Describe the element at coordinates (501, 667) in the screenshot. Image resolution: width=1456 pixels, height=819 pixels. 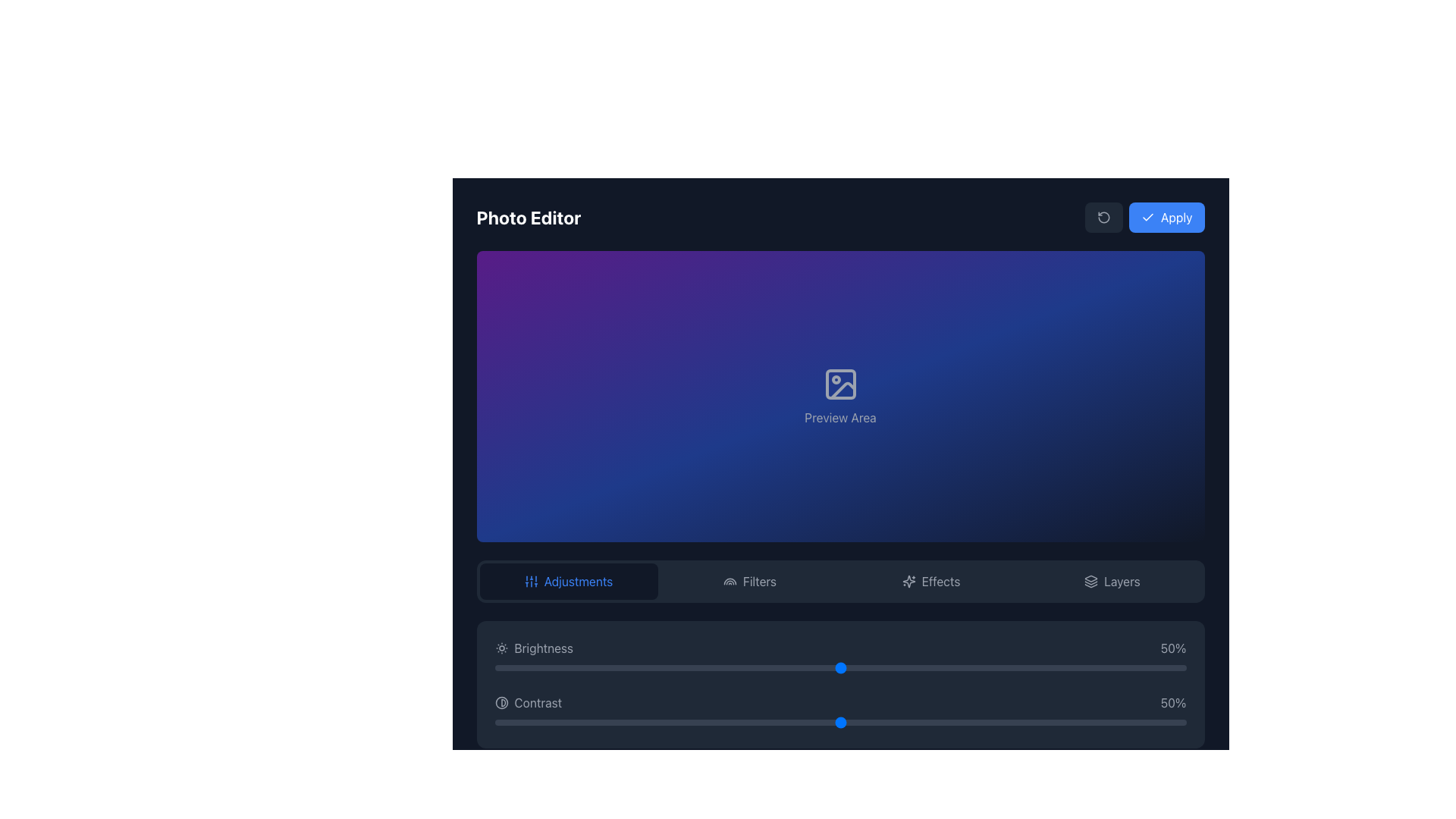
I see `the slider value` at that location.